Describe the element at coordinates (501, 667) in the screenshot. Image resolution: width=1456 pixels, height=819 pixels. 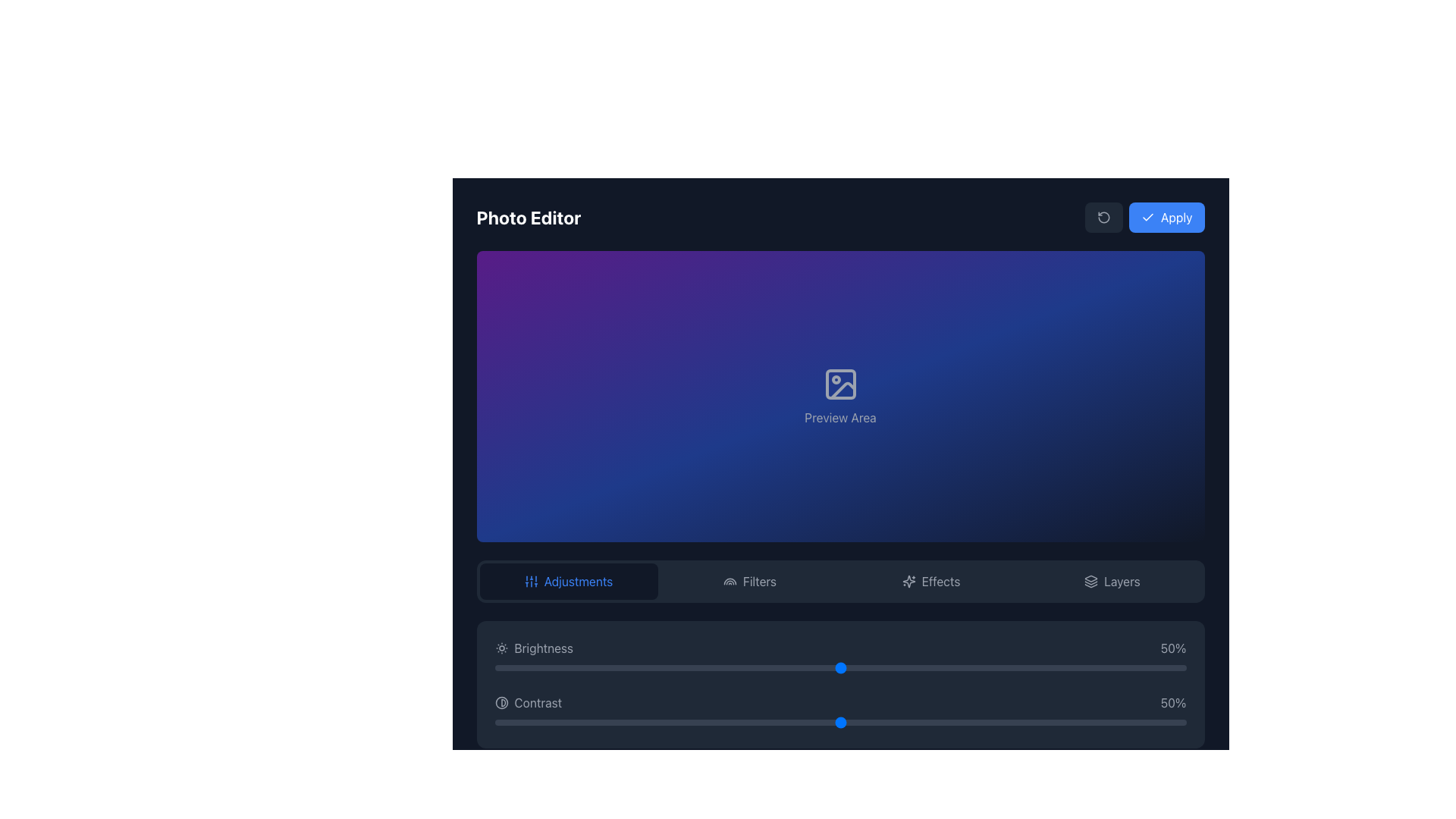
I see `the slider value` at that location.